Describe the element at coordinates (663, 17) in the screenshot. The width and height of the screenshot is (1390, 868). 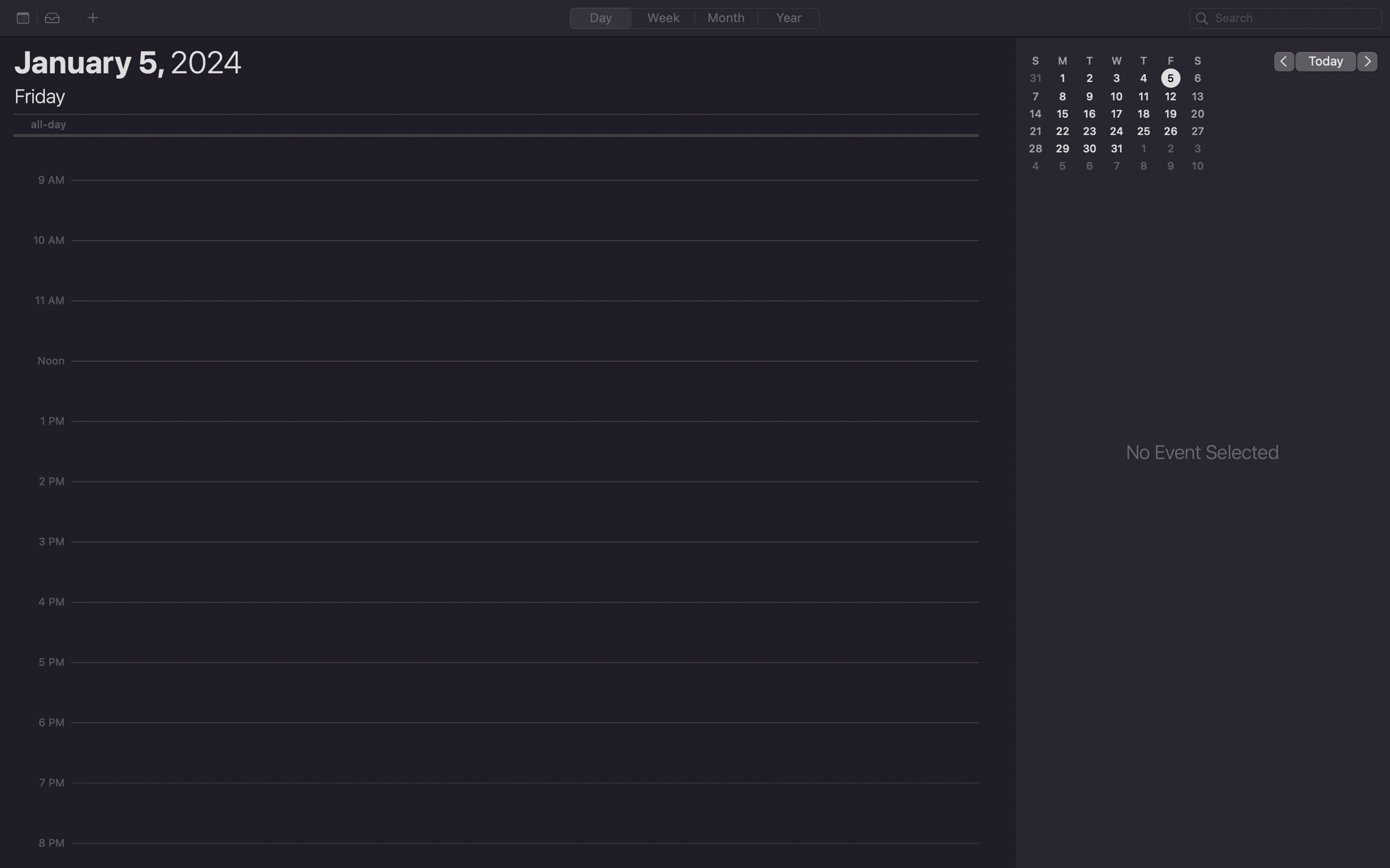
I see `the weekly schedule section` at that location.